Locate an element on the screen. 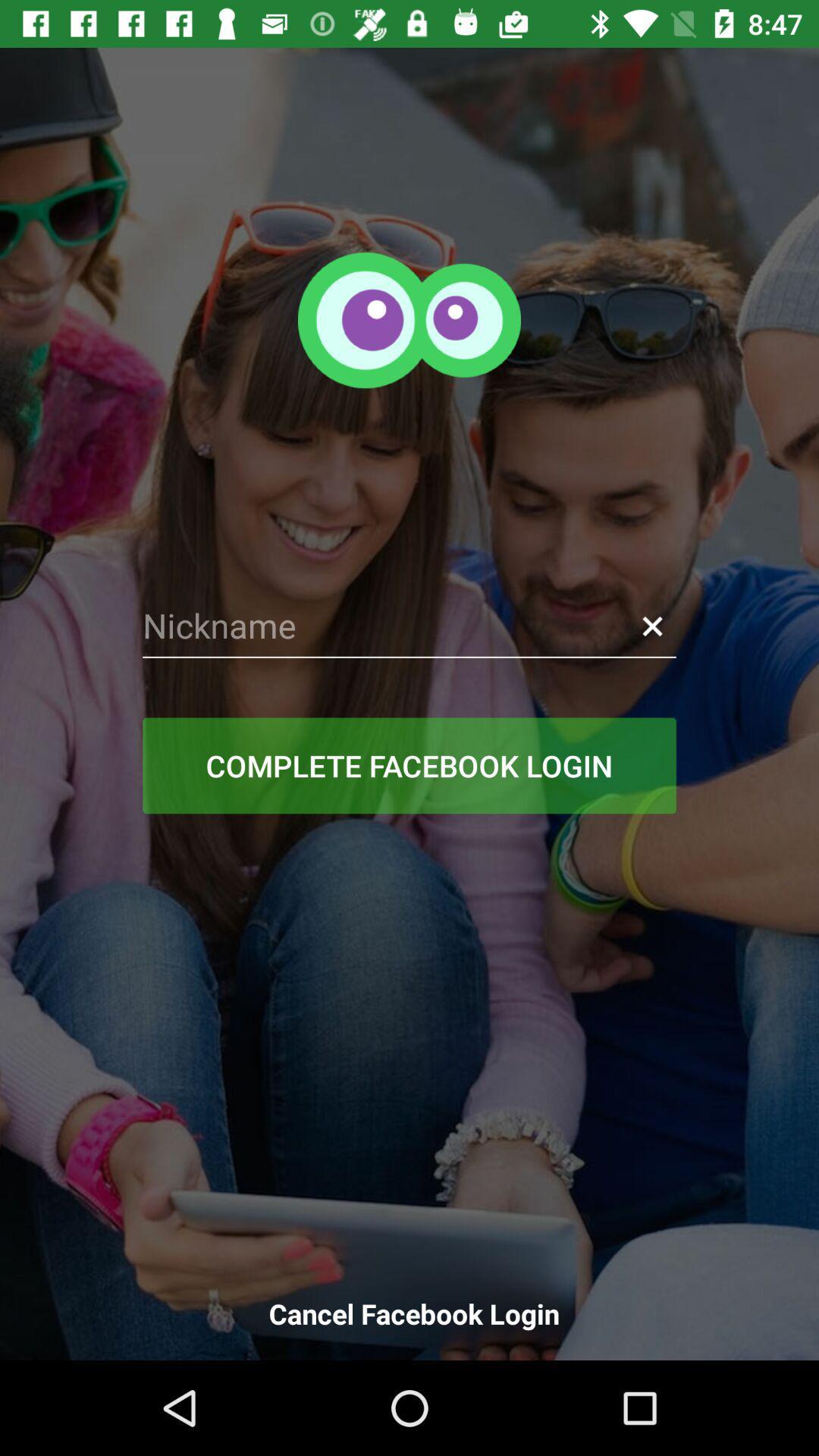 Image resolution: width=819 pixels, height=1456 pixels. item above the complete facebook login is located at coordinates (651, 626).